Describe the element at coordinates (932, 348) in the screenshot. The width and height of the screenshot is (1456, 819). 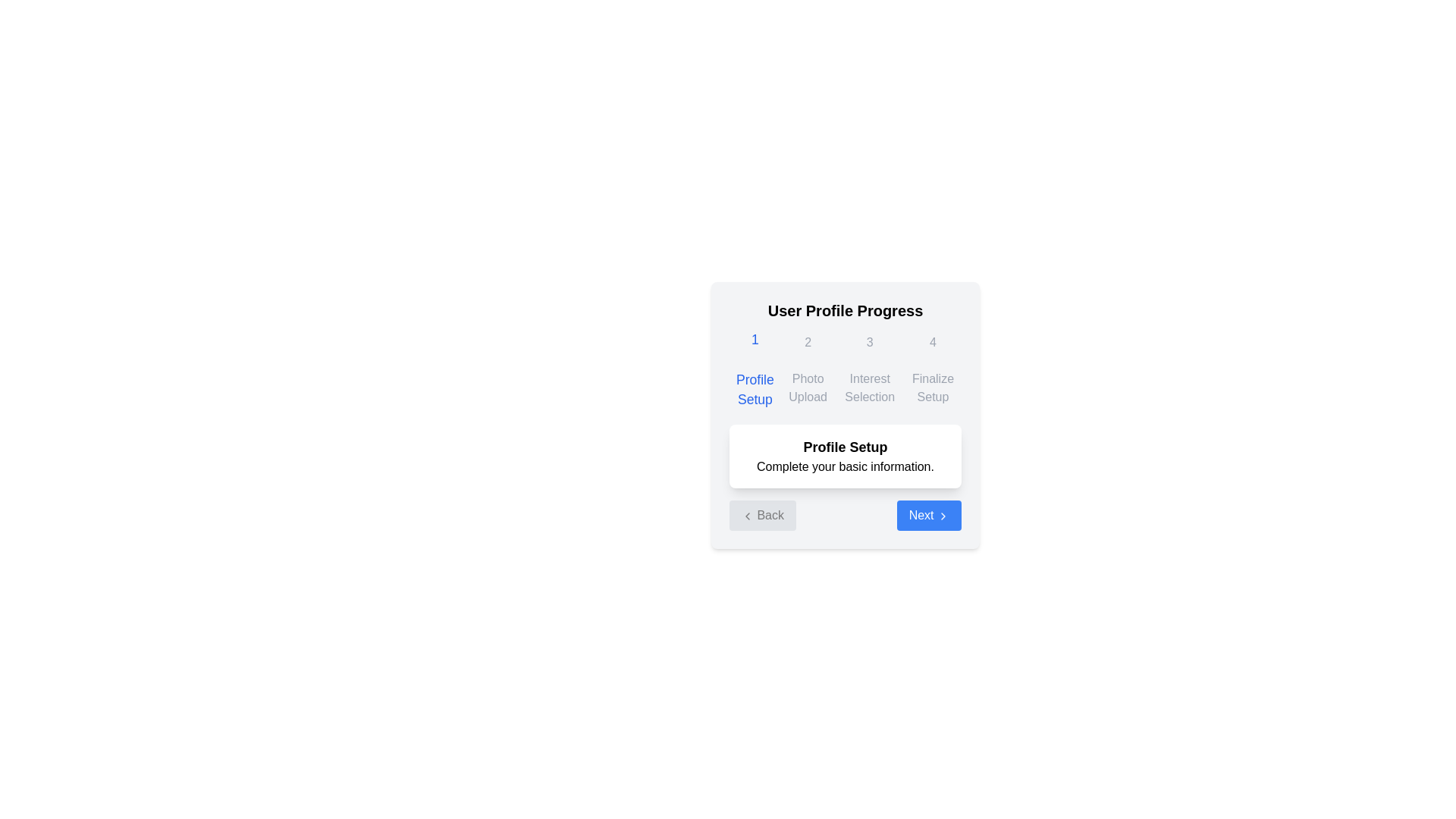
I see `the circular icon with the number '4' in light gray, located at the rightmost end of the step navigation indicators, positioned above the 'Finalize Setup' label` at that location.